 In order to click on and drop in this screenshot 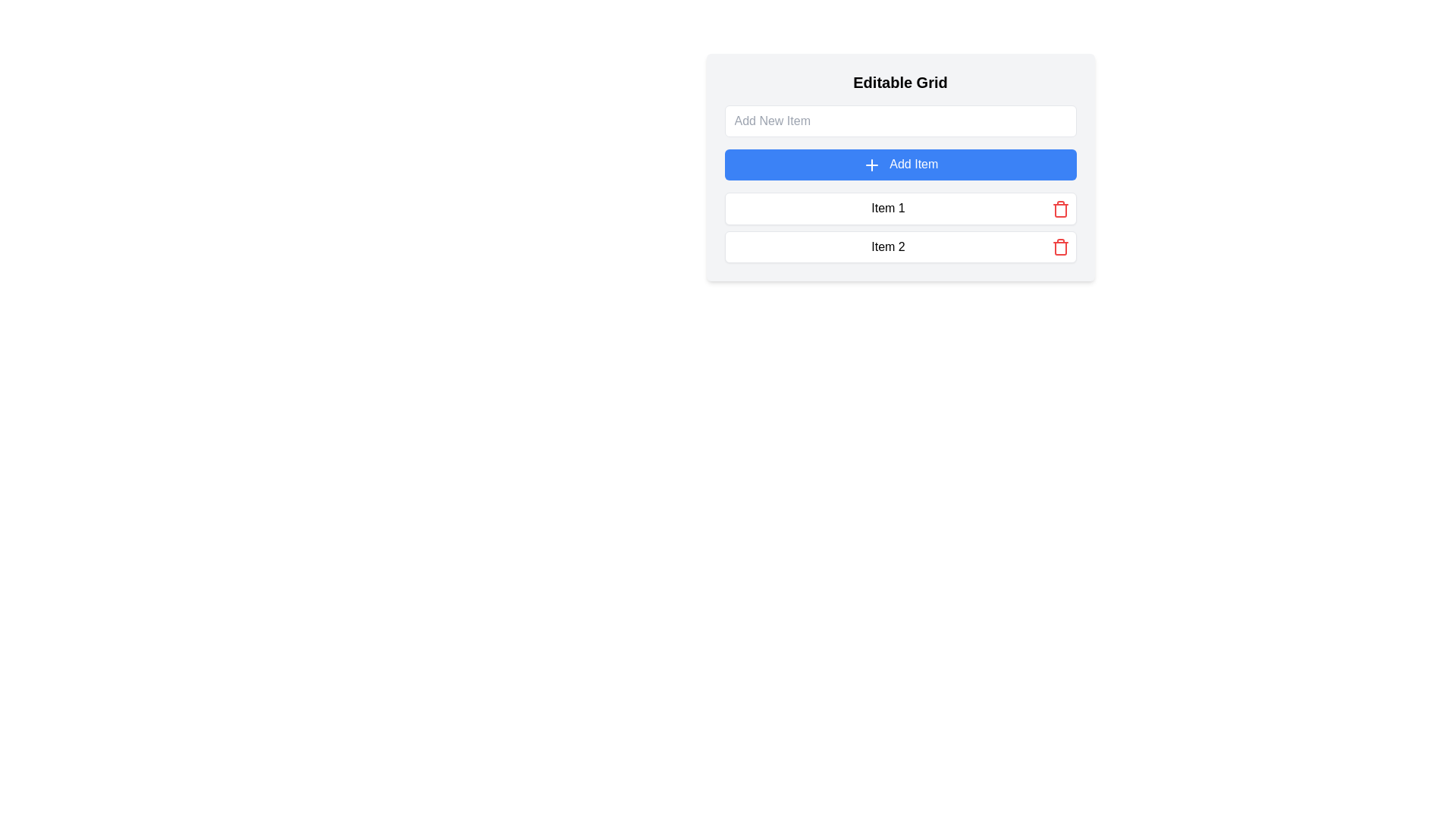, I will do `click(900, 227)`.